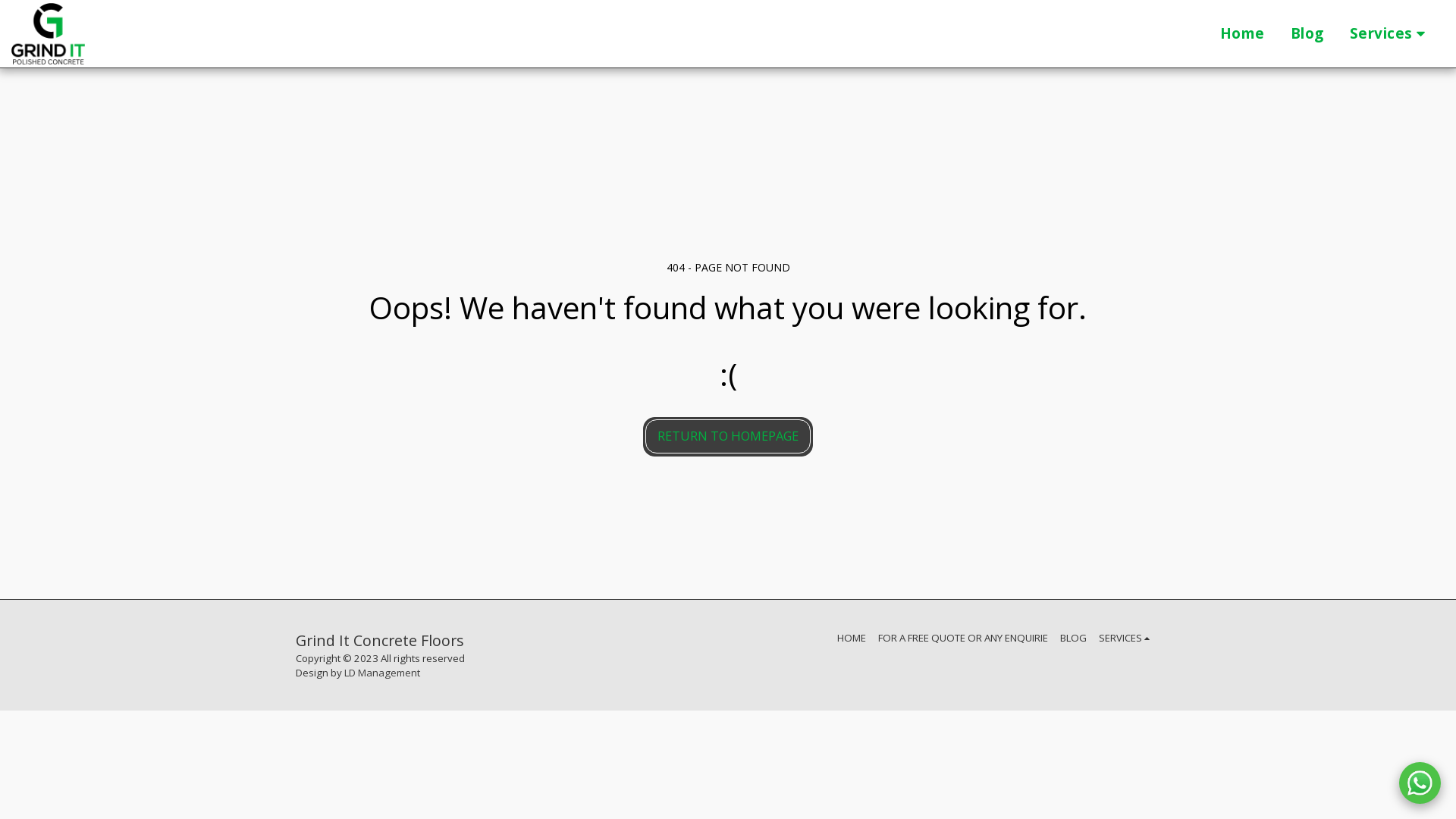  What do you see at coordinates (1277, 34) in the screenshot?
I see `'Blog'` at bounding box center [1277, 34].